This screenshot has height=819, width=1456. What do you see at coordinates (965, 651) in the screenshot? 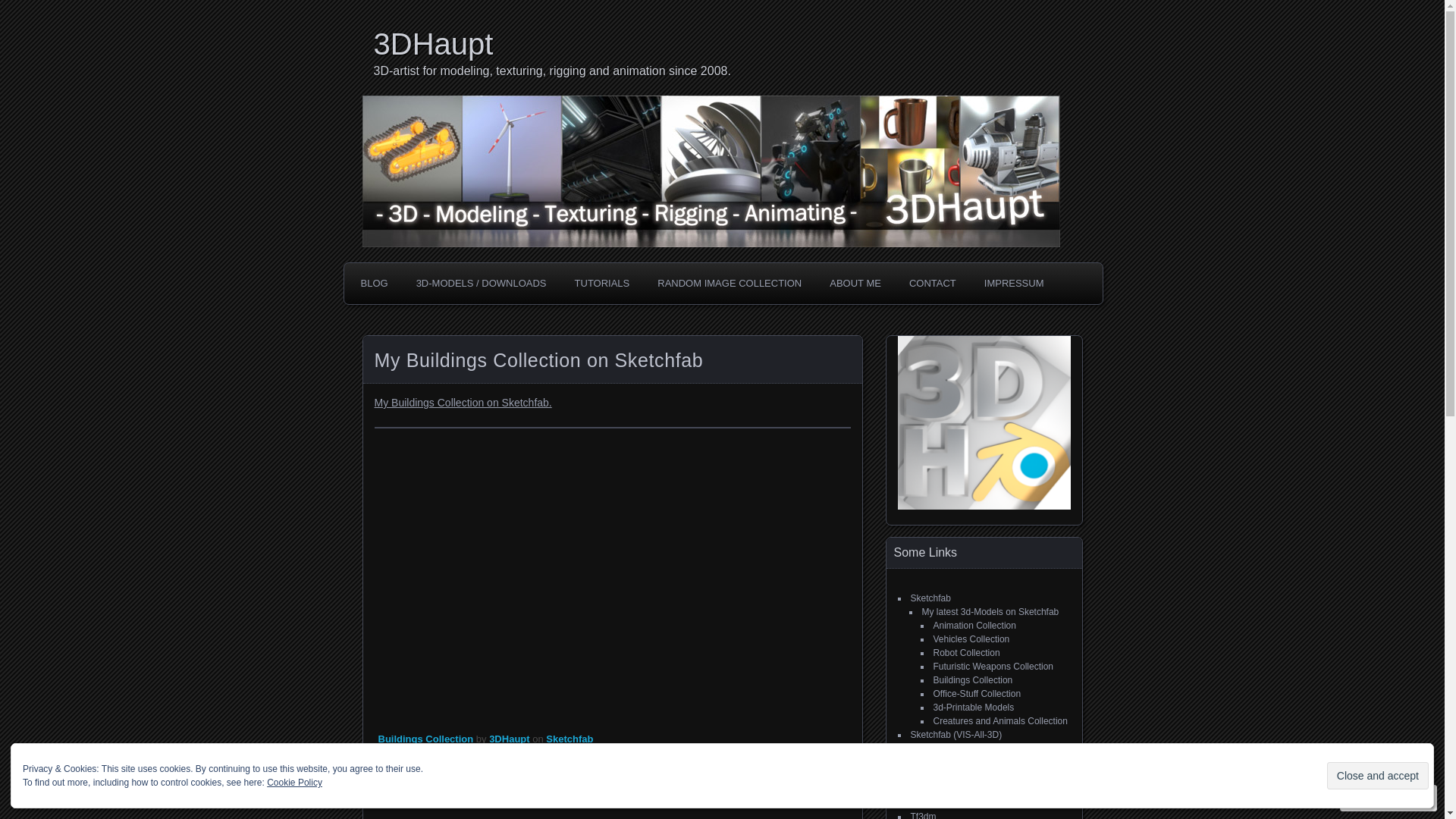
I see `'Robot Collection'` at bounding box center [965, 651].